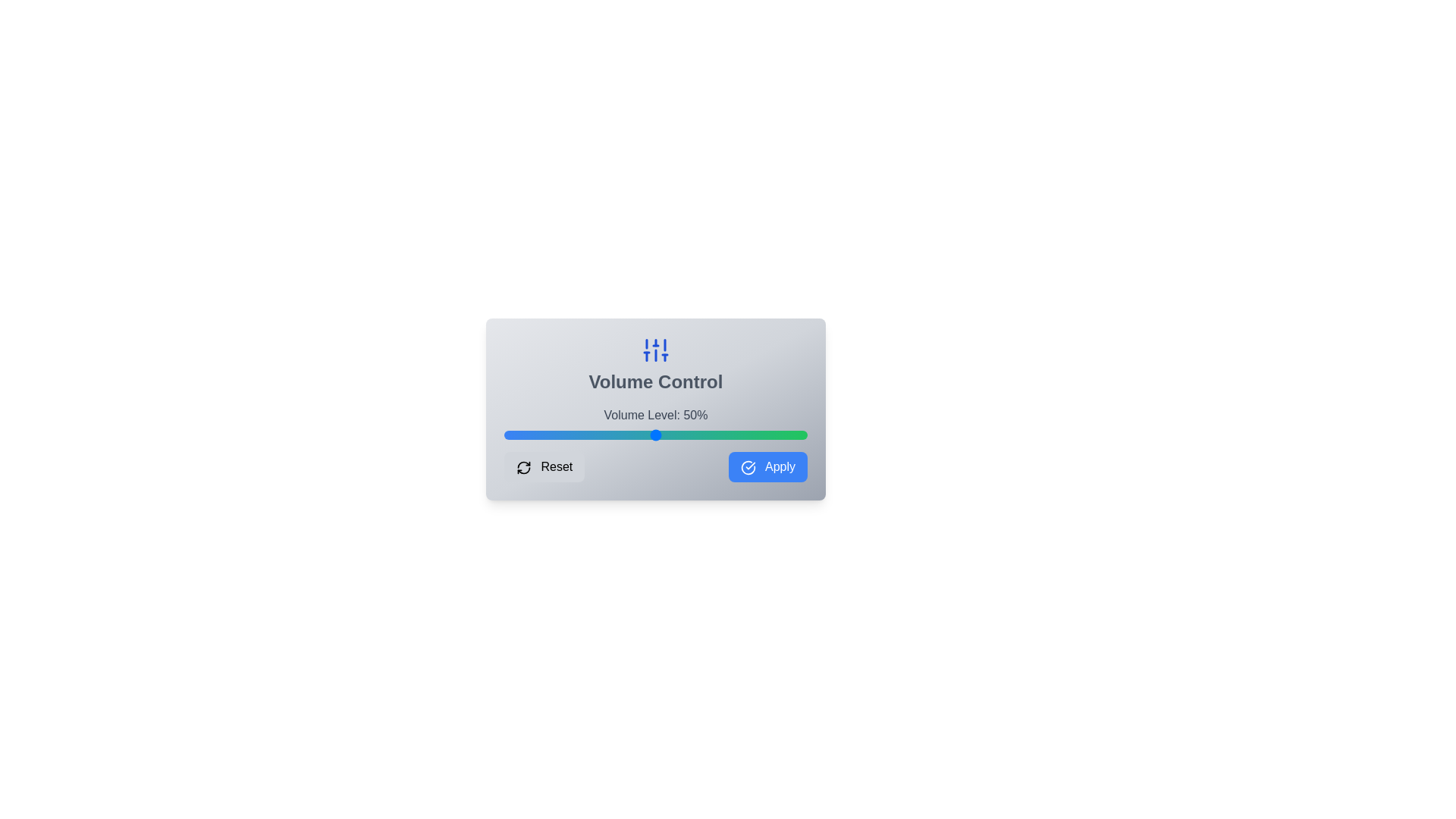 The image size is (1456, 819). I want to click on the 'Apply' button to confirm the current volume setting, so click(767, 466).